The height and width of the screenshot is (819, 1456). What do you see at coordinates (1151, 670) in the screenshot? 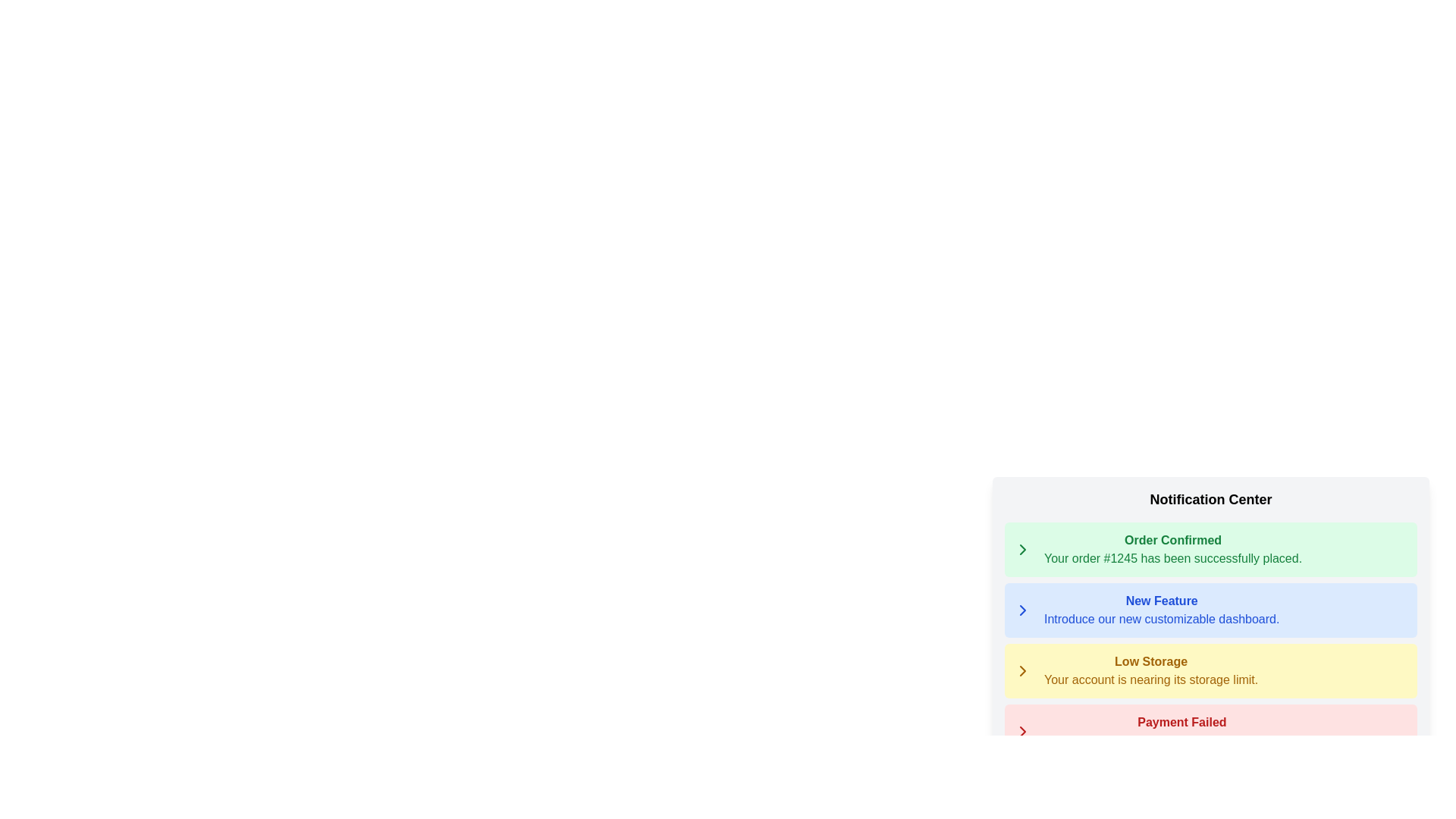
I see `the 'Low Storage' notification item, which is the third notification in the list and has a yellow background with bold text` at bounding box center [1151, 670].